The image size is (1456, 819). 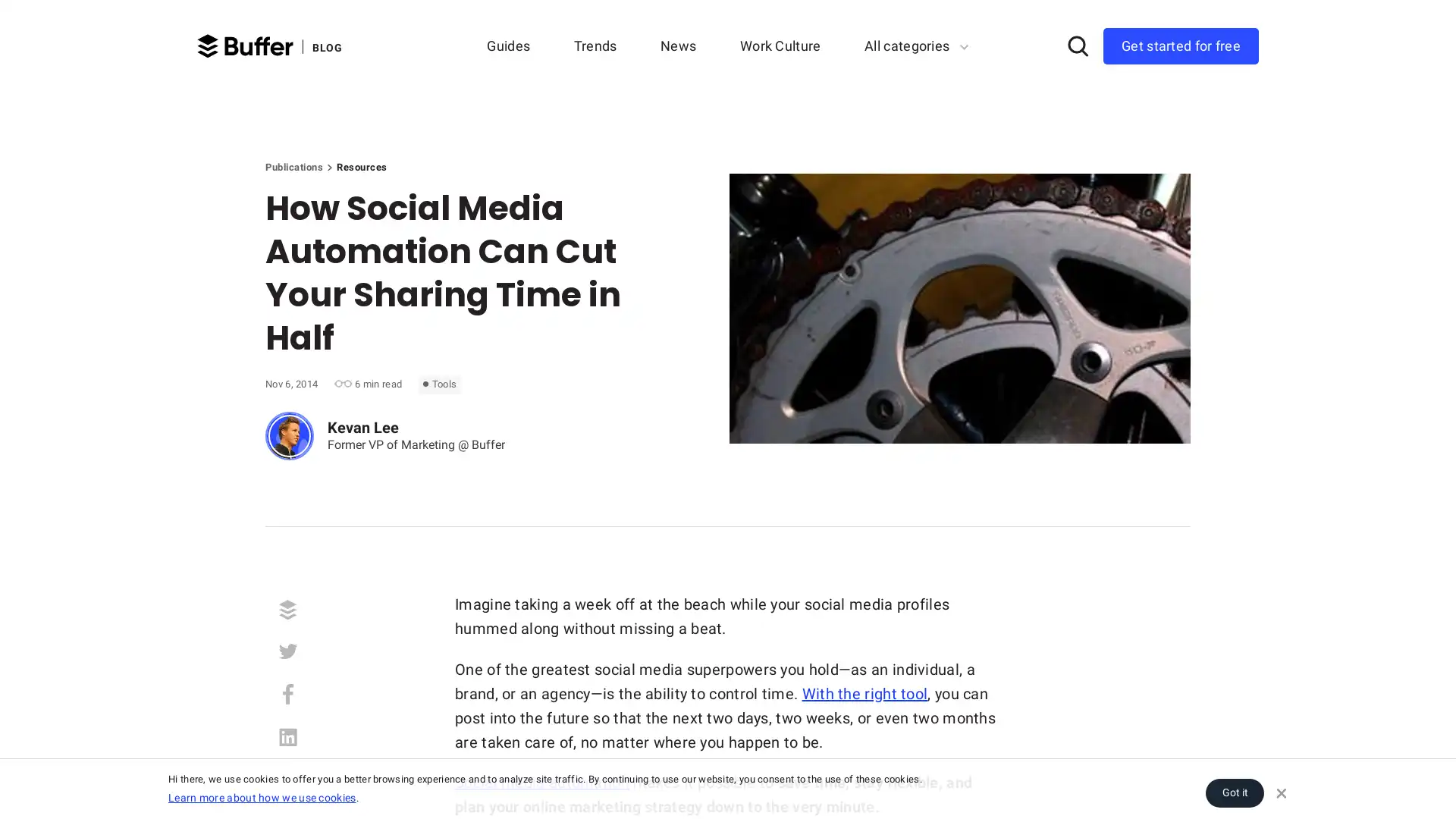 What do you see at coordinates (915, 45) in the screenshot?
I see `All categories` at bounding box center [915, 45].